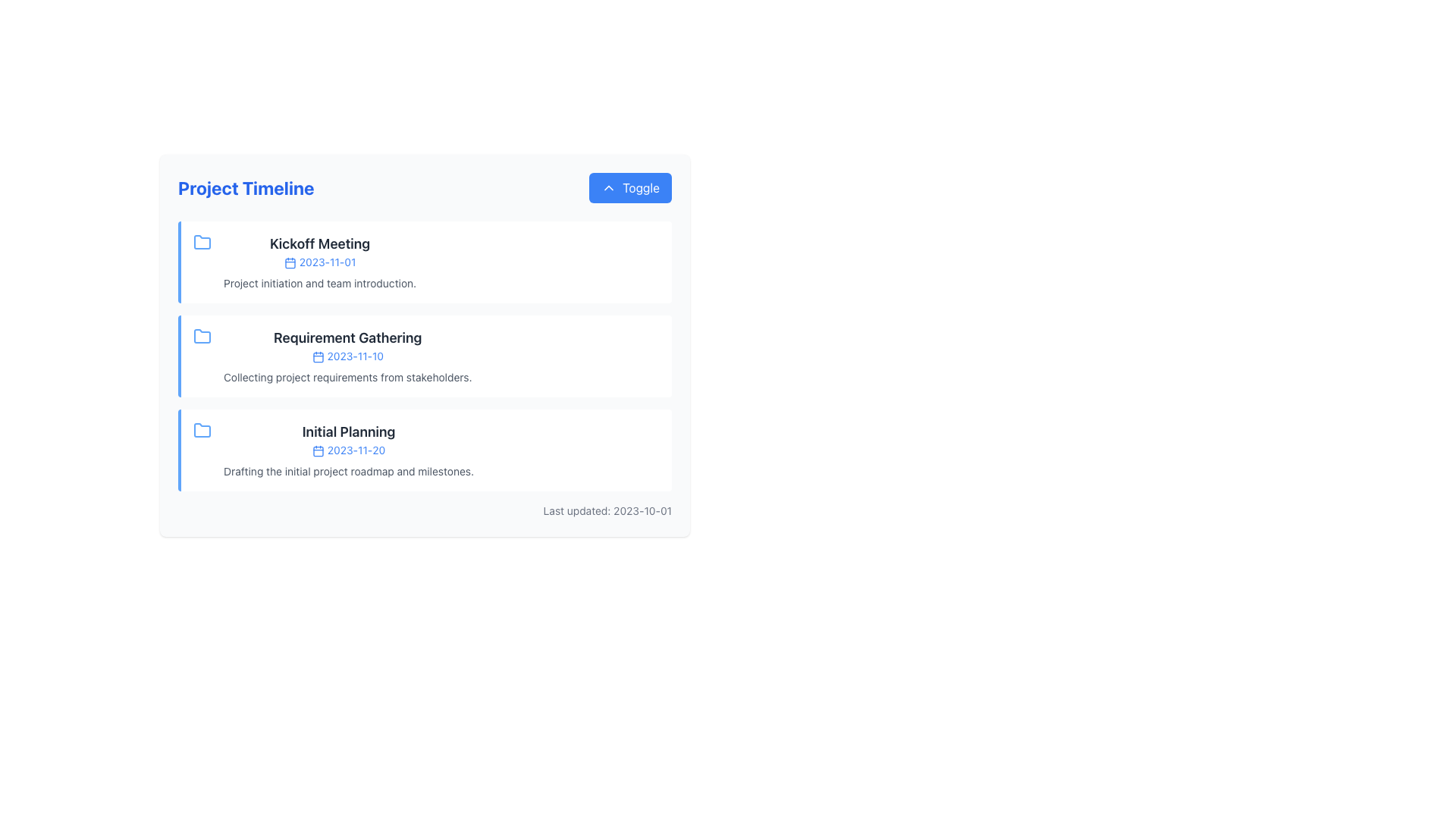 The image size is (1456, 819). What do you see at coordinates (425, 356) in the screenshot?
I see `the second list item in the 'Project Timeline' section that details 'Requirement Gathering'` at bounding box center [425, 356].